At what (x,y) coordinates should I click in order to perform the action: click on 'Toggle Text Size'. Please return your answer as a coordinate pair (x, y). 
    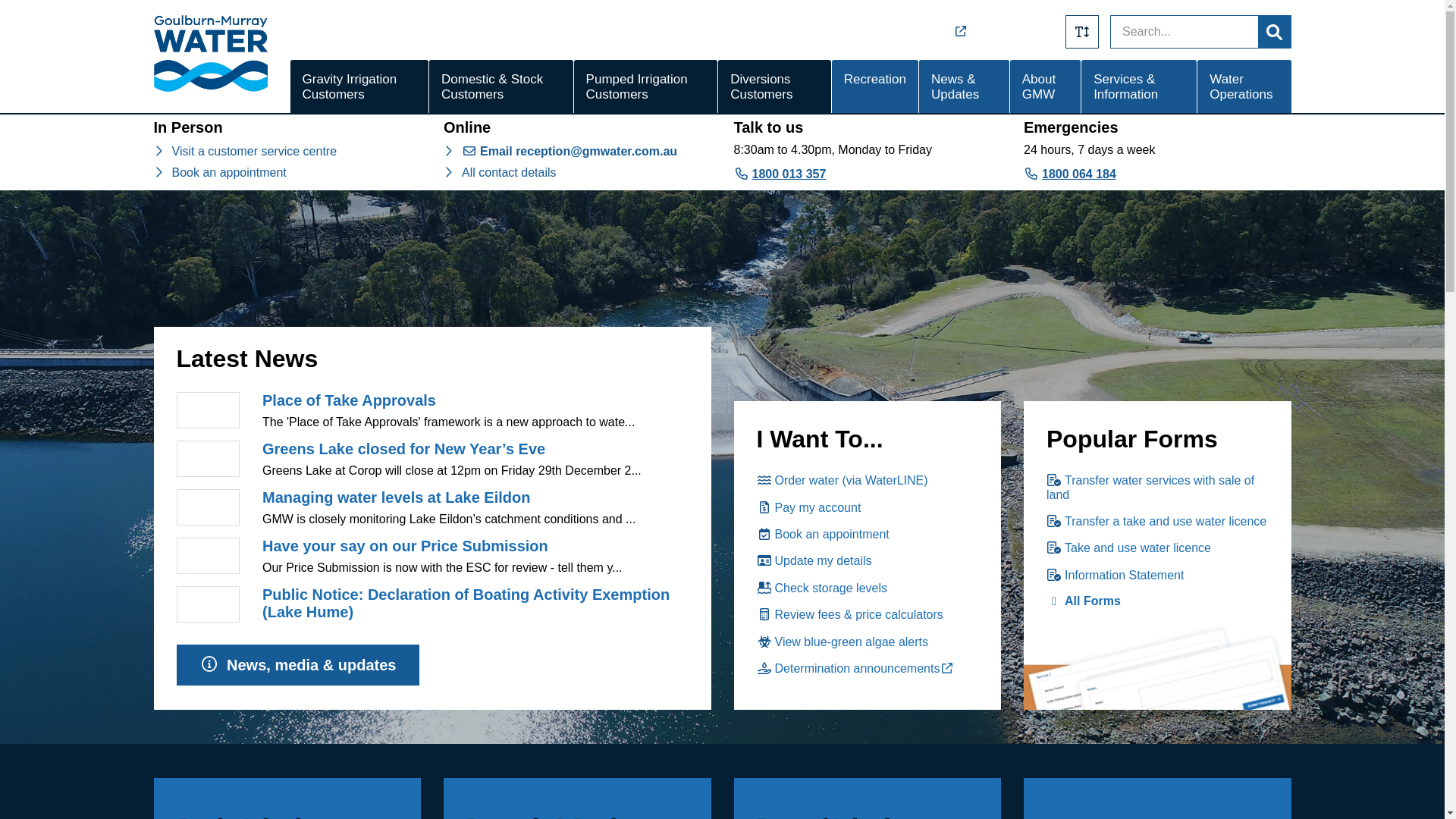
    Looking at the image, I should click on (1081, 32).